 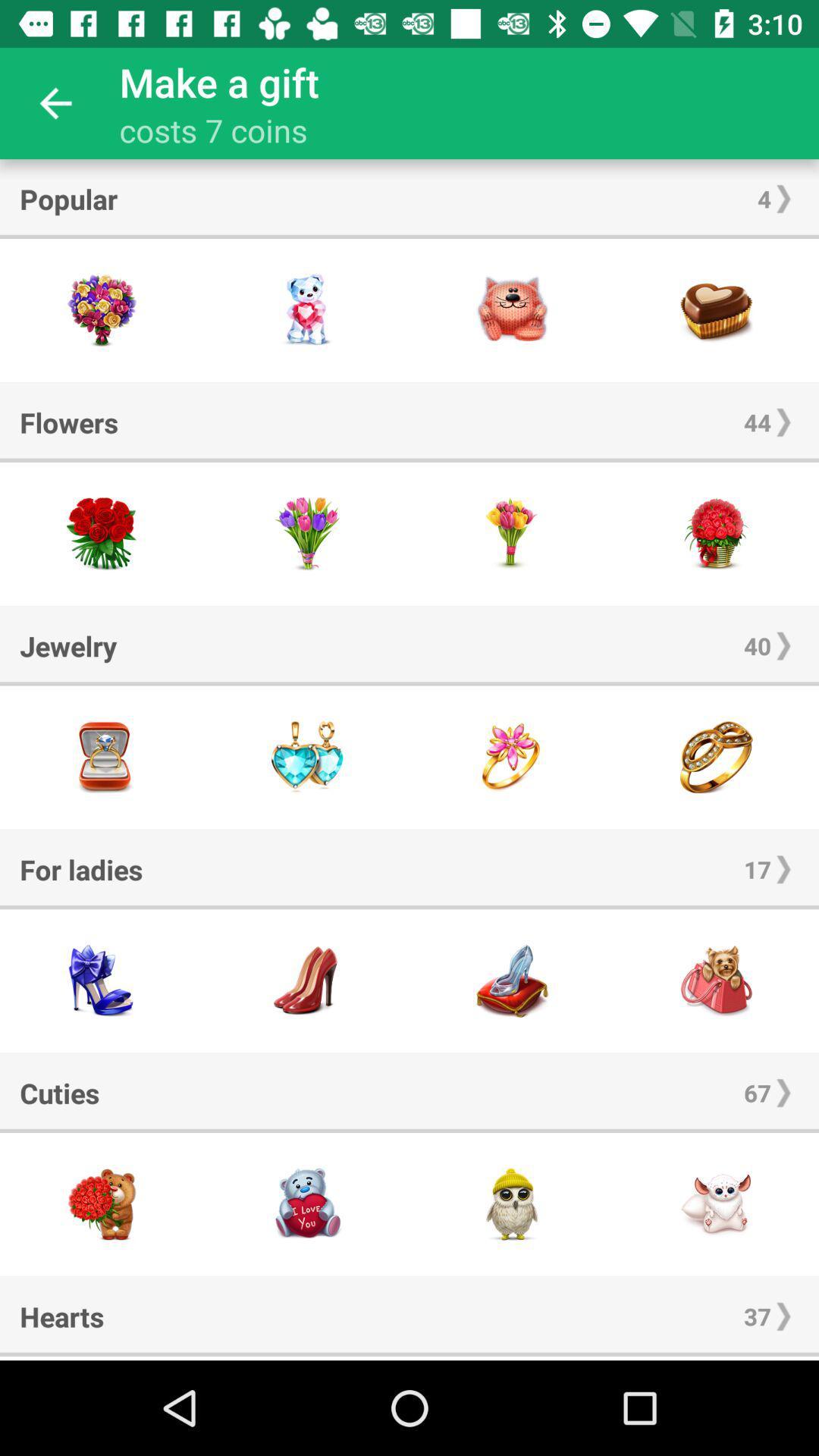 I want to click on icon next to the jewelry icon, so click(x=758, y=645).